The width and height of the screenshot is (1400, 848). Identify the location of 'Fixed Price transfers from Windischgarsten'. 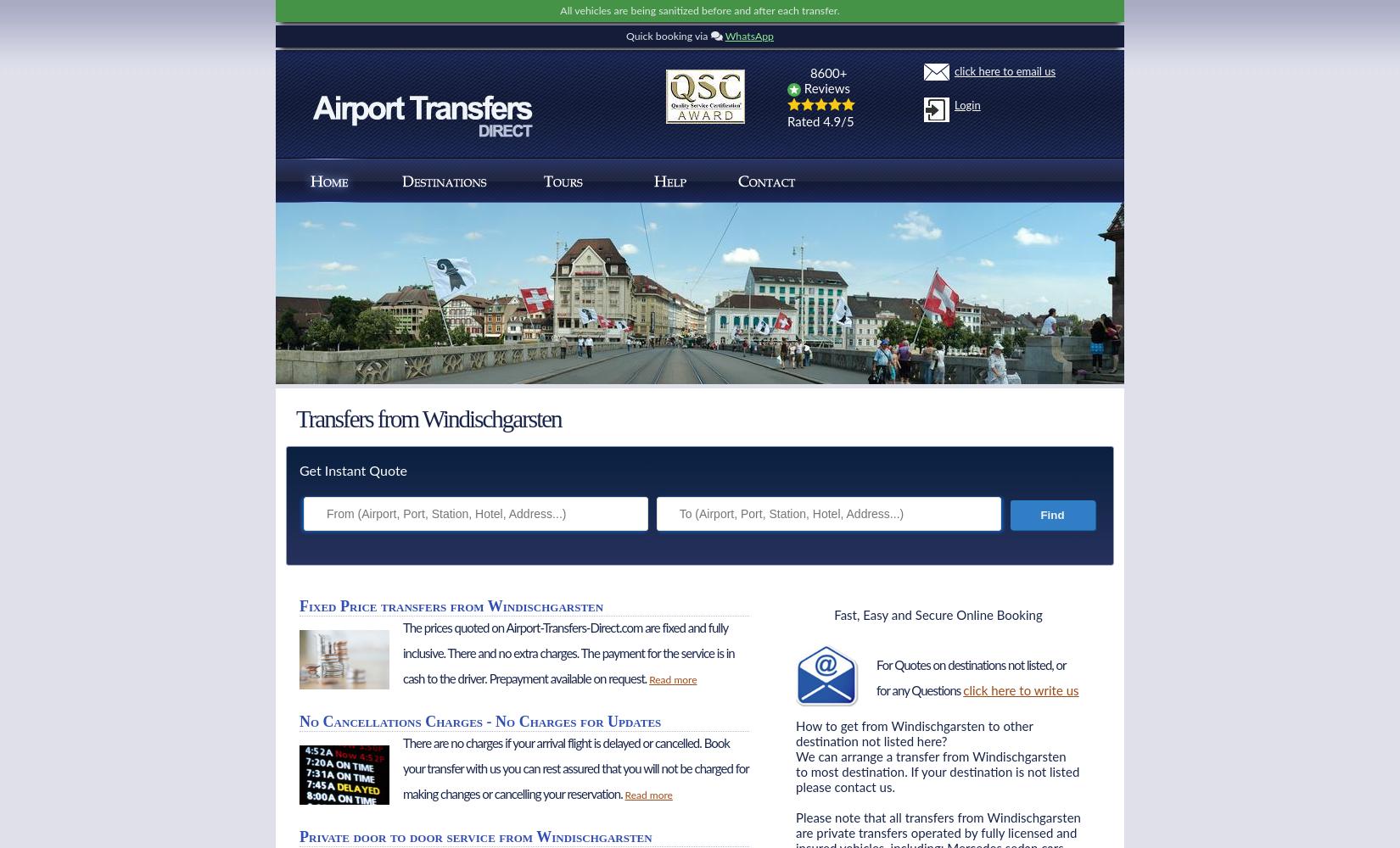
(450, 605).